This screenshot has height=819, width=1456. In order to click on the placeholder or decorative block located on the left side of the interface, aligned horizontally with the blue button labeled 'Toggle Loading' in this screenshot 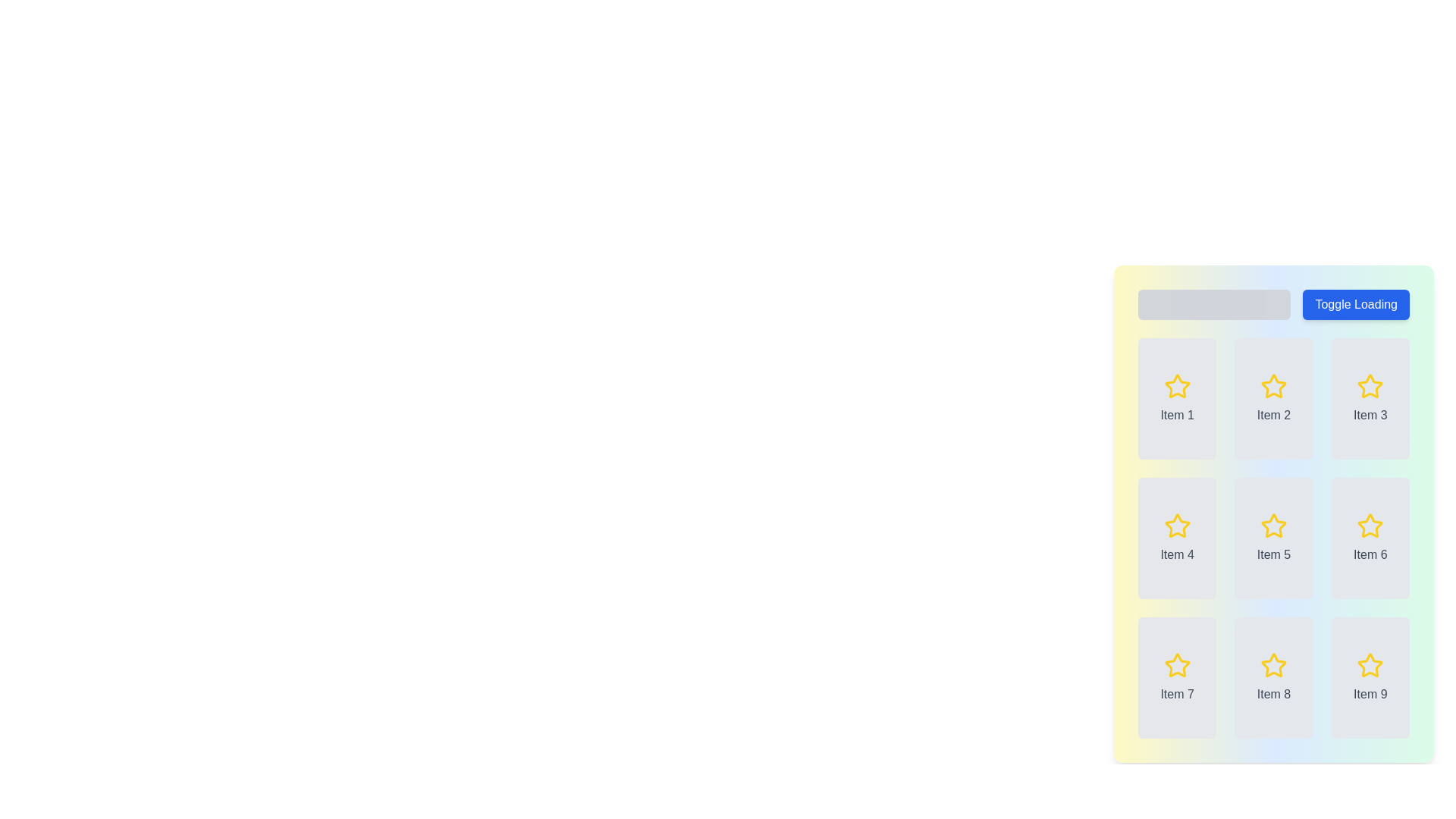, I will do `click(1214, 304)`.